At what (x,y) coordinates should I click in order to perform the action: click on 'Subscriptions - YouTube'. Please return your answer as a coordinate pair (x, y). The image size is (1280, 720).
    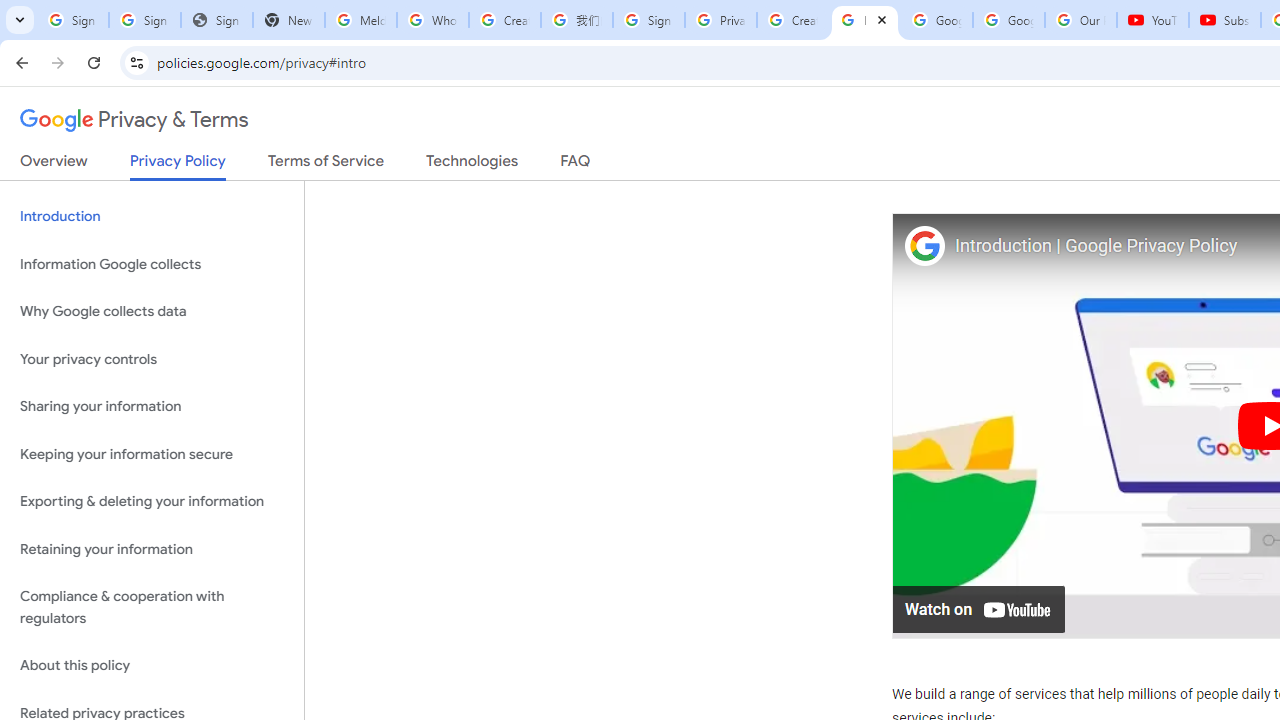
    Looking at the image, I should click on (1223, 20).